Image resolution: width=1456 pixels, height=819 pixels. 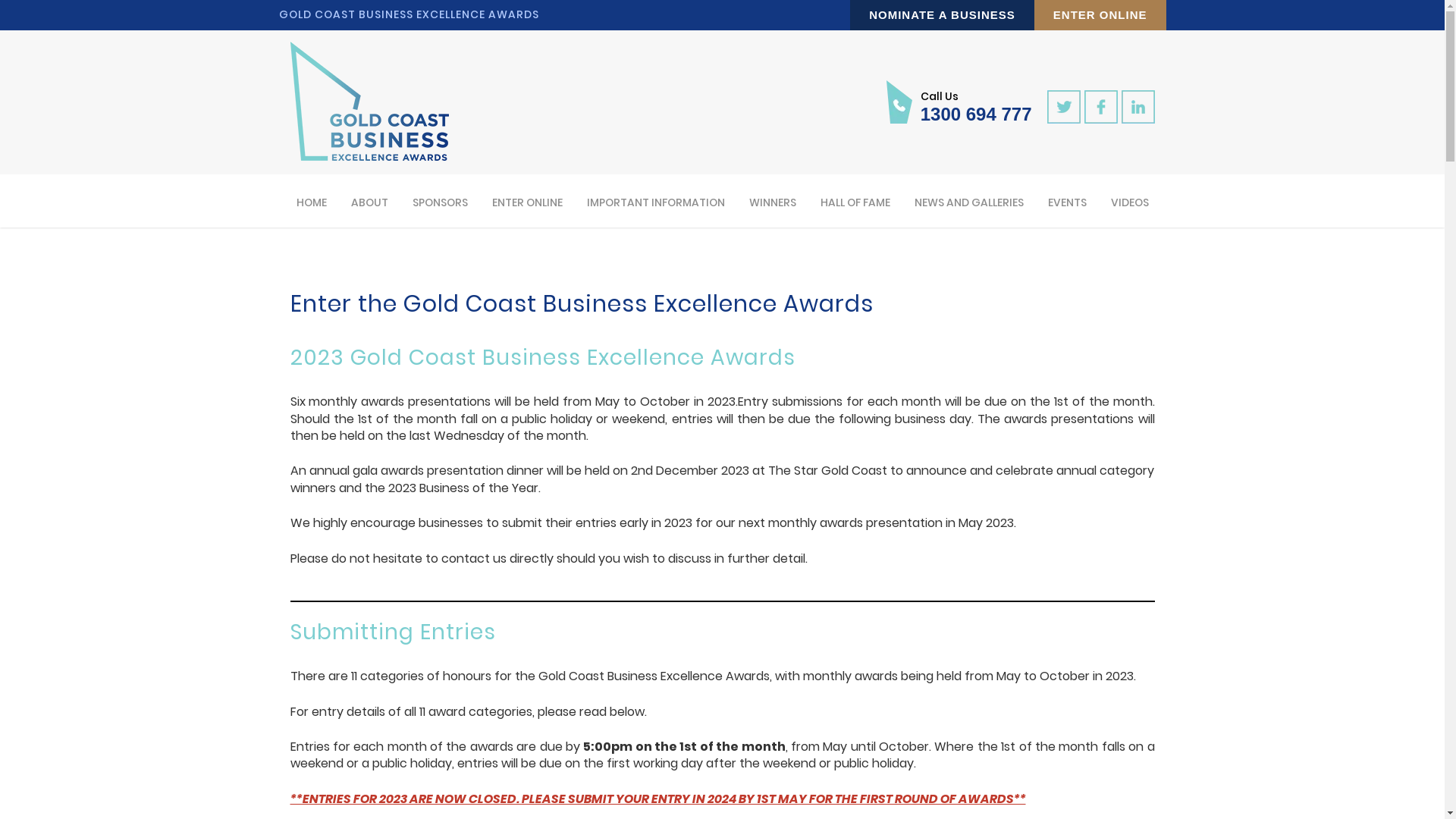 I want to click on 'HOME', so click(x=311, y=200).